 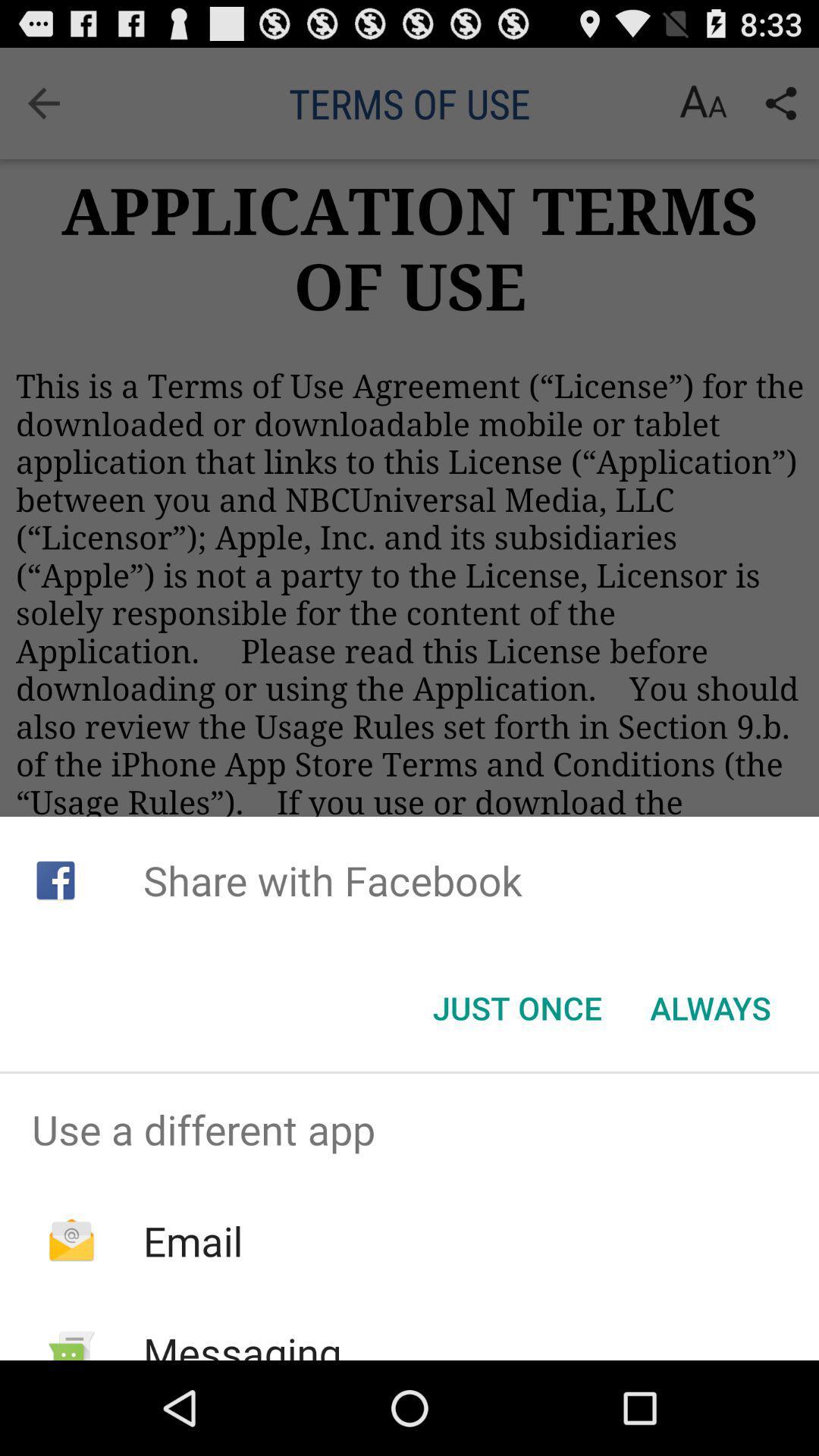 I want to click on the item above messaging, so click(x=192, y=1241).